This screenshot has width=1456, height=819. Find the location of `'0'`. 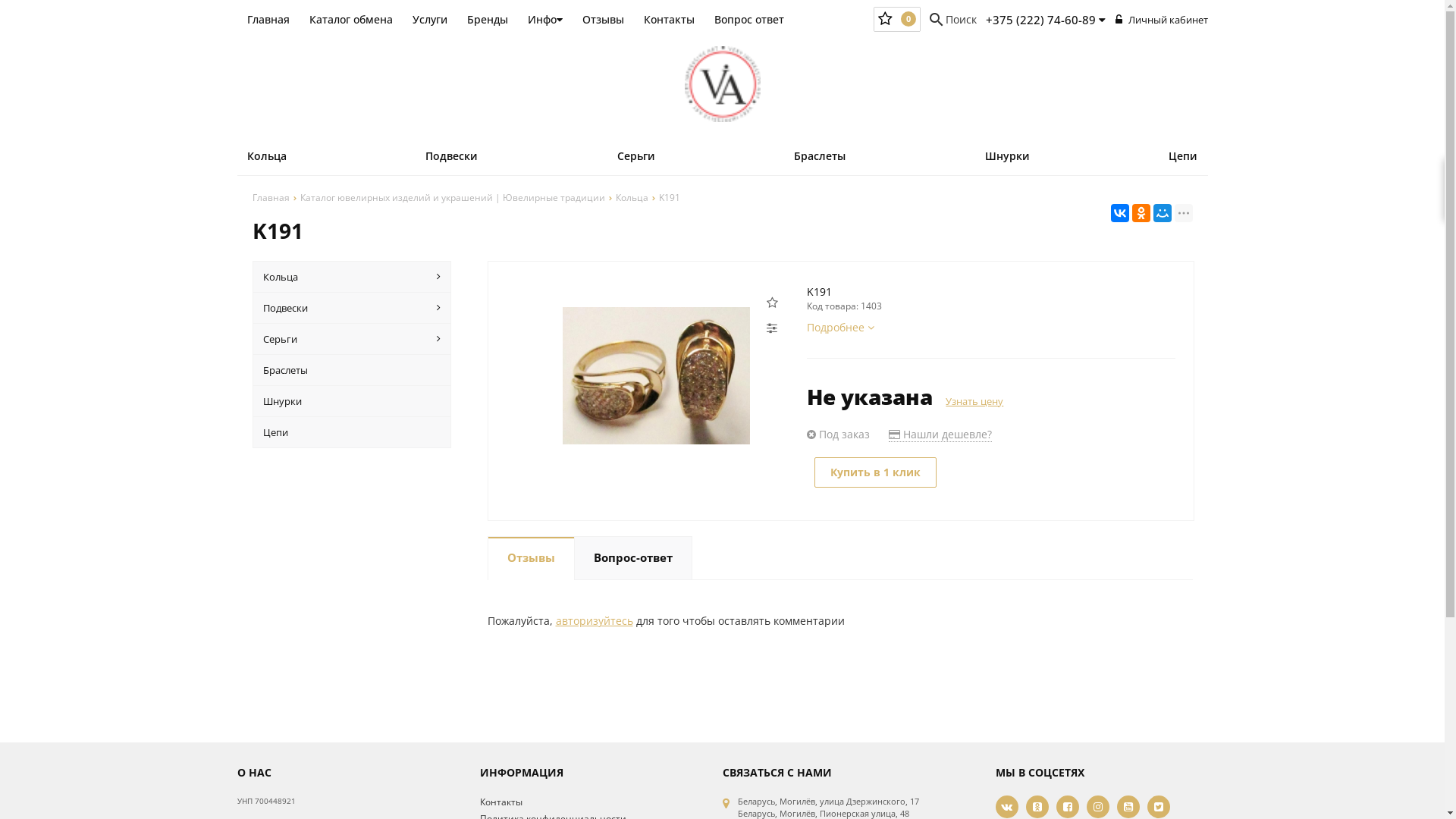

'0' is located at coordinates (874, 18).